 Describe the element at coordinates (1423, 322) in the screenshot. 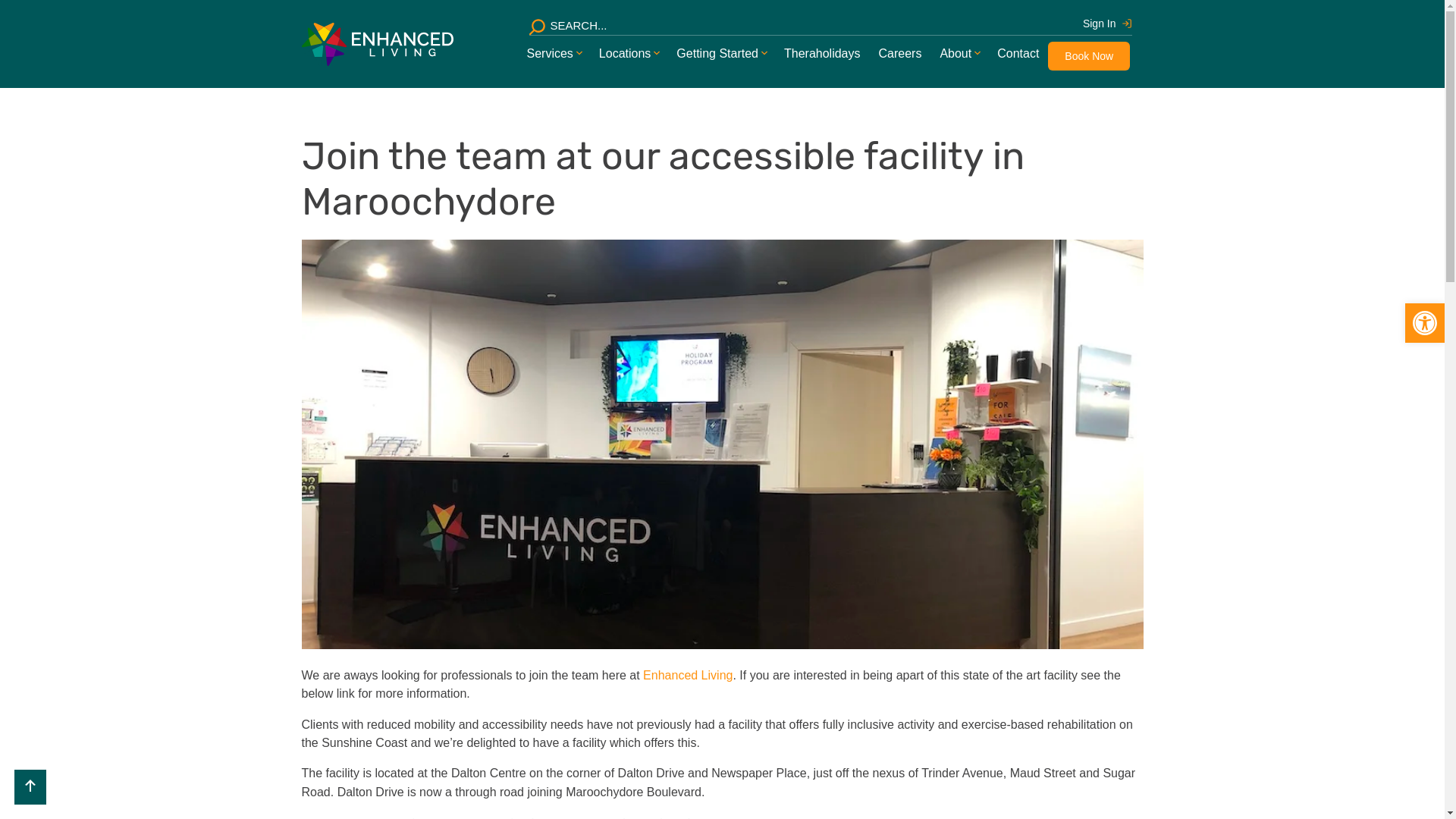

I see `'Open toolbar` at that location.